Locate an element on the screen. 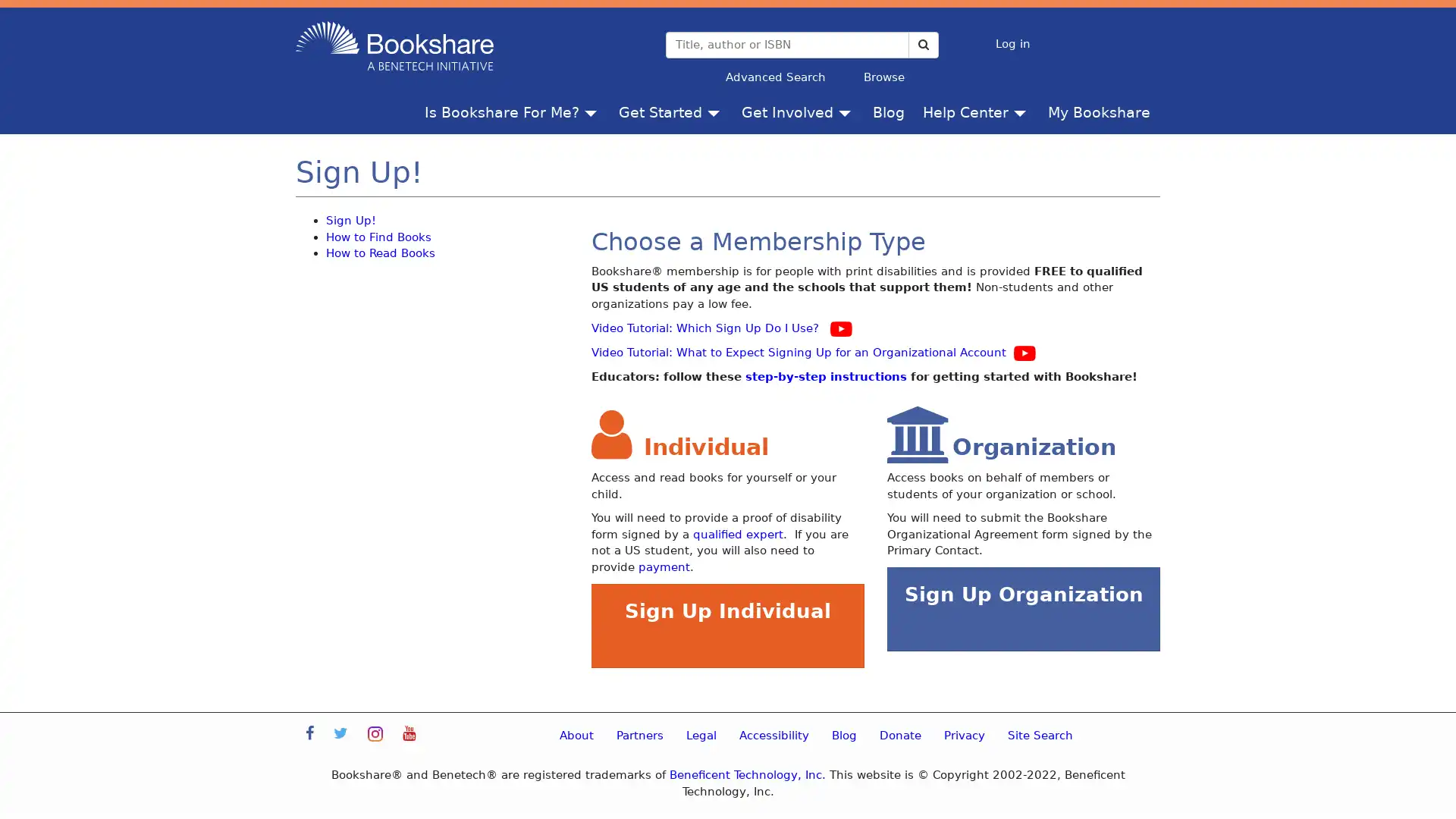  Search is located at coordinates (922, 43).